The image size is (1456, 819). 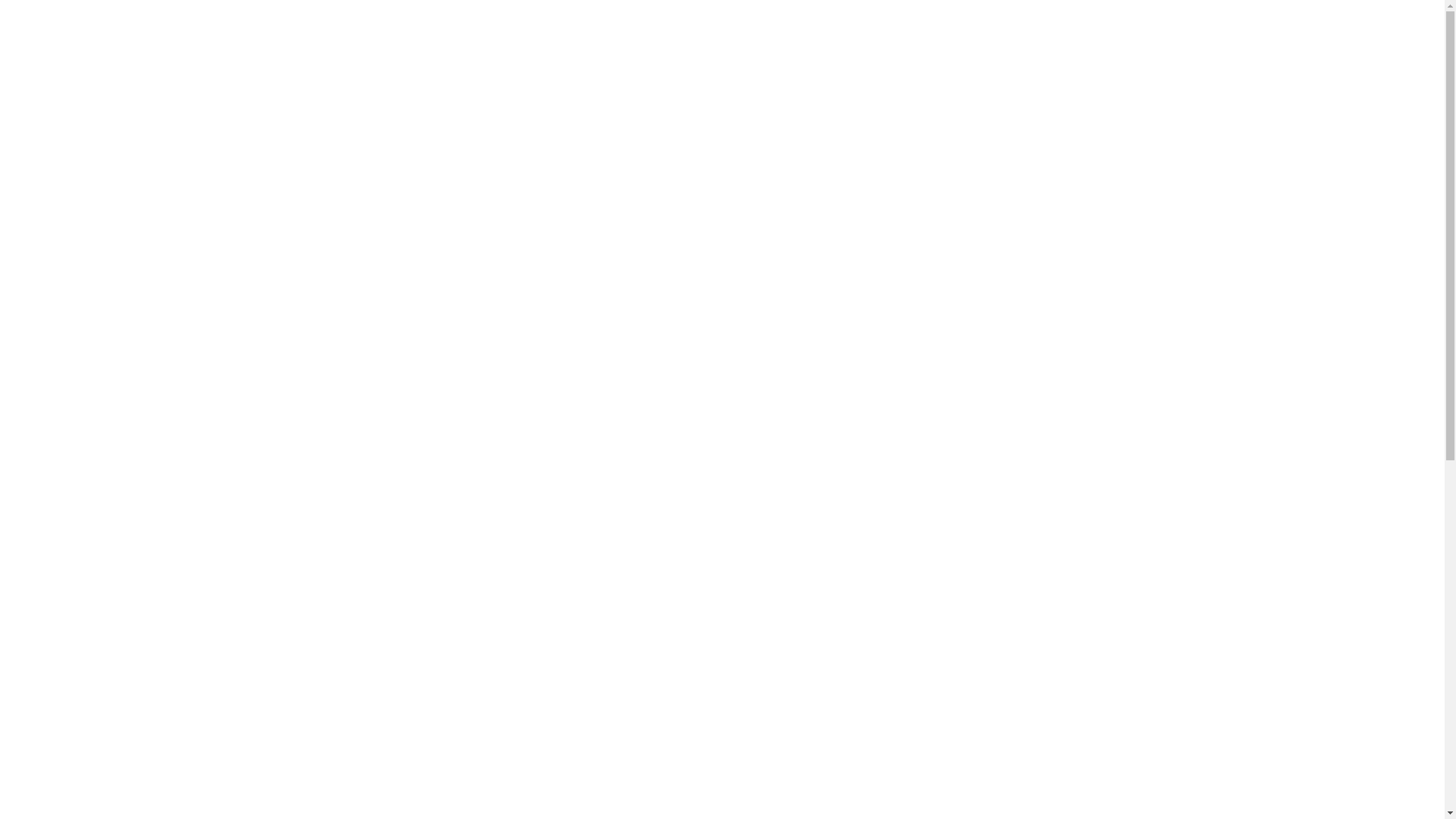 What do you see at coordinates (994, 149) in the screenshot?
I see `'SV'` at bounding box center [994, 149].